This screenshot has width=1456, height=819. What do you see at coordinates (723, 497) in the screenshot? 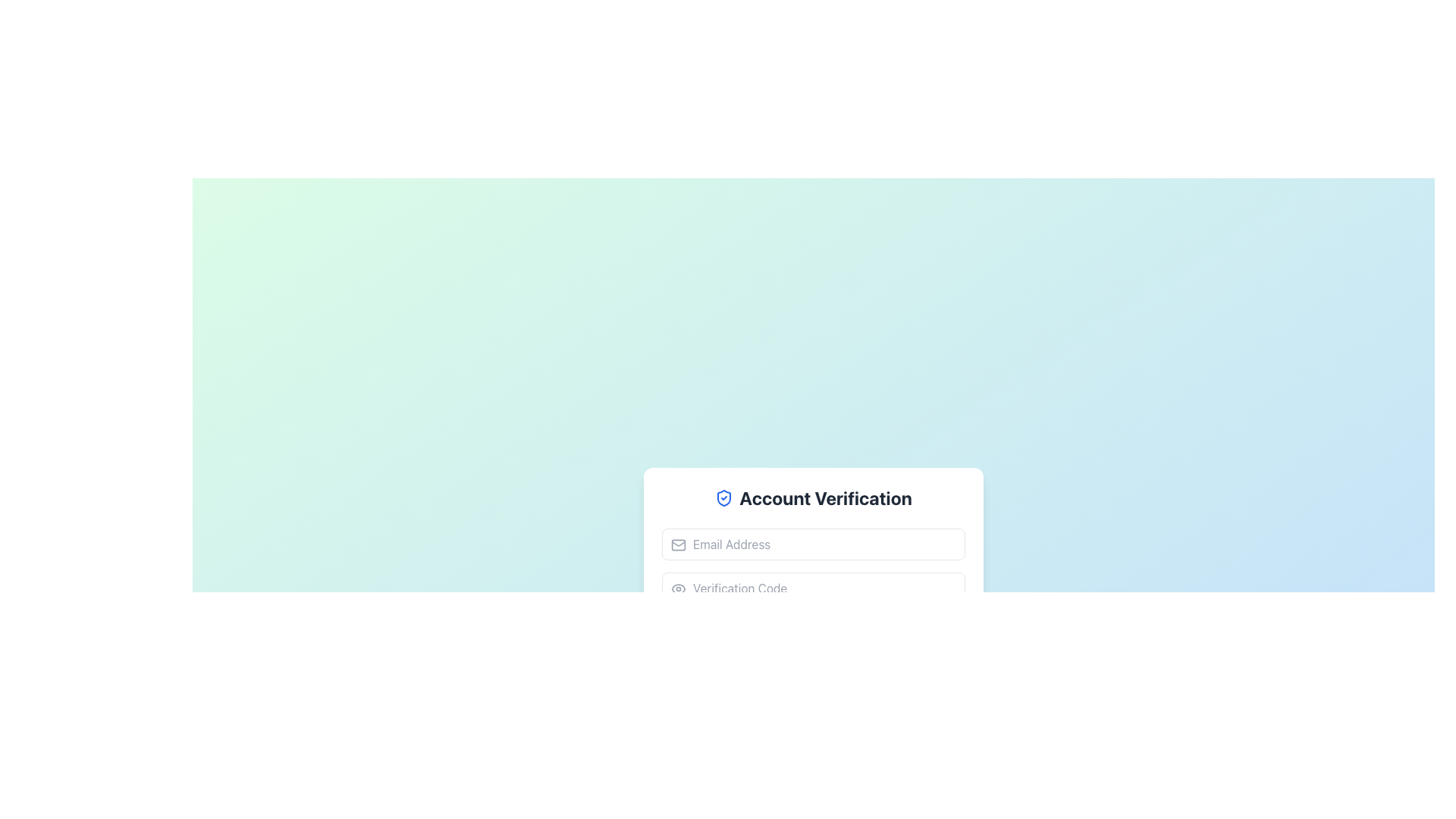
I see `the security icon located to the left of the 'Account Verification' heading in the header area of the card-like component` at bounding box center [723, 497].